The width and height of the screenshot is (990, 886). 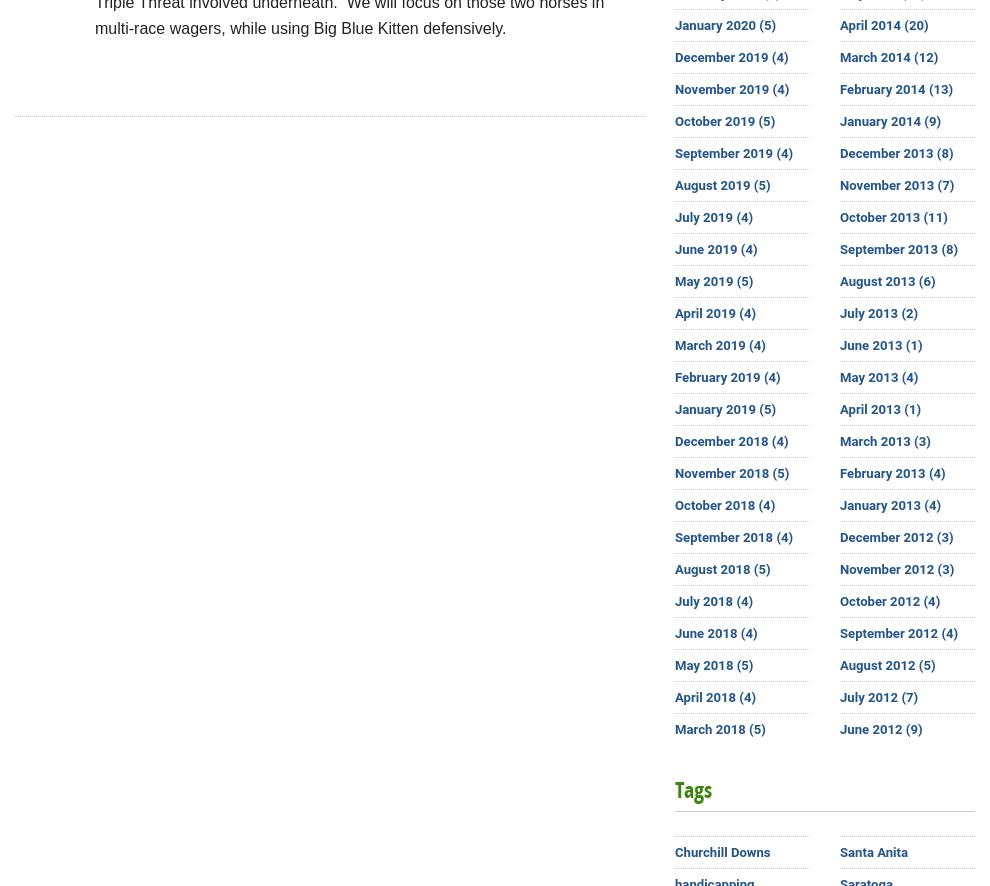 What do you see at coordinates (879, 312) in the screenshot?
I see `'July 2013 (2)'` at bounding box center [879, 312].